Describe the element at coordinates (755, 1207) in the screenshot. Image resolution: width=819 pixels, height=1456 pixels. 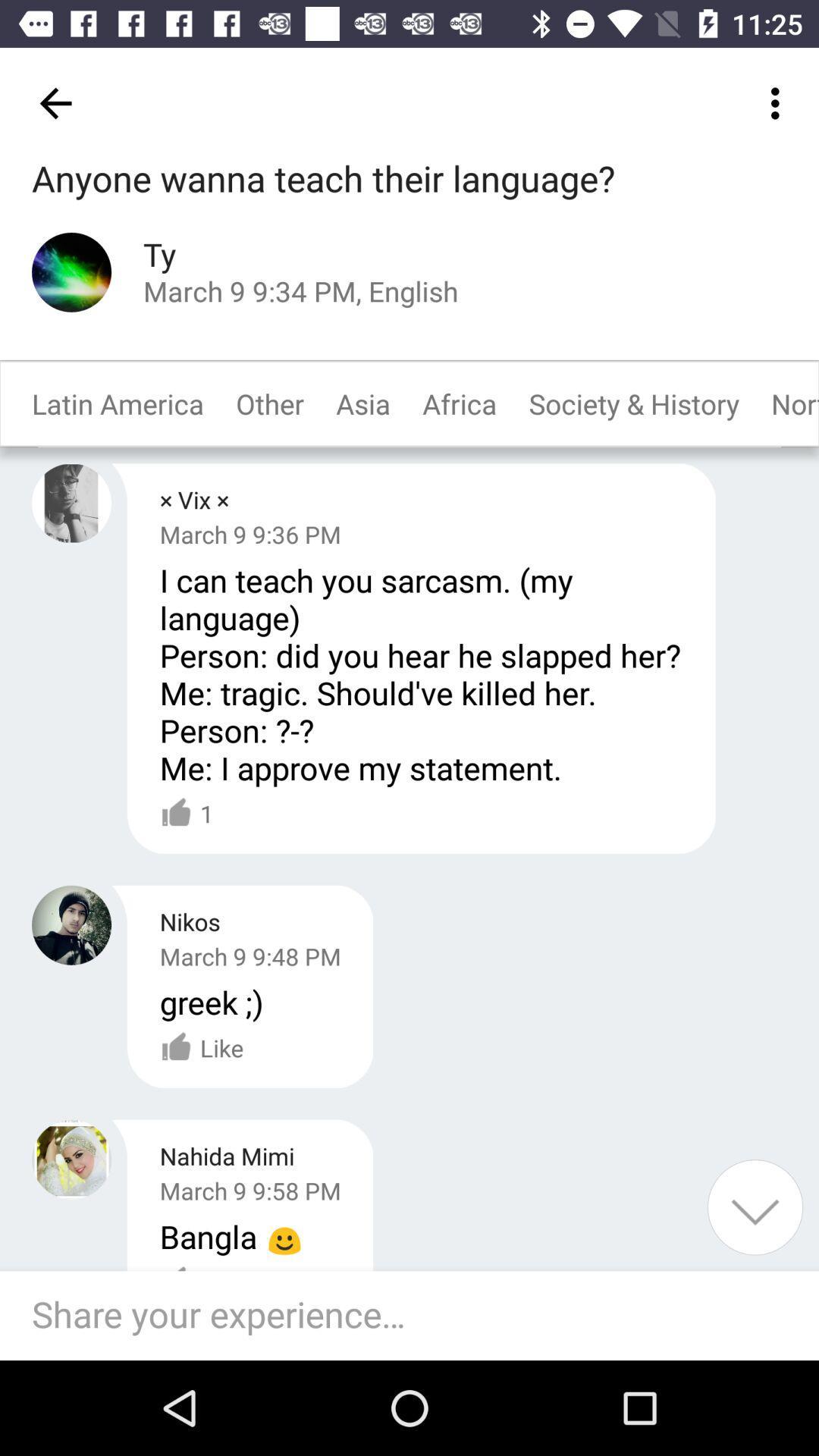
I see `your experience` at that location.